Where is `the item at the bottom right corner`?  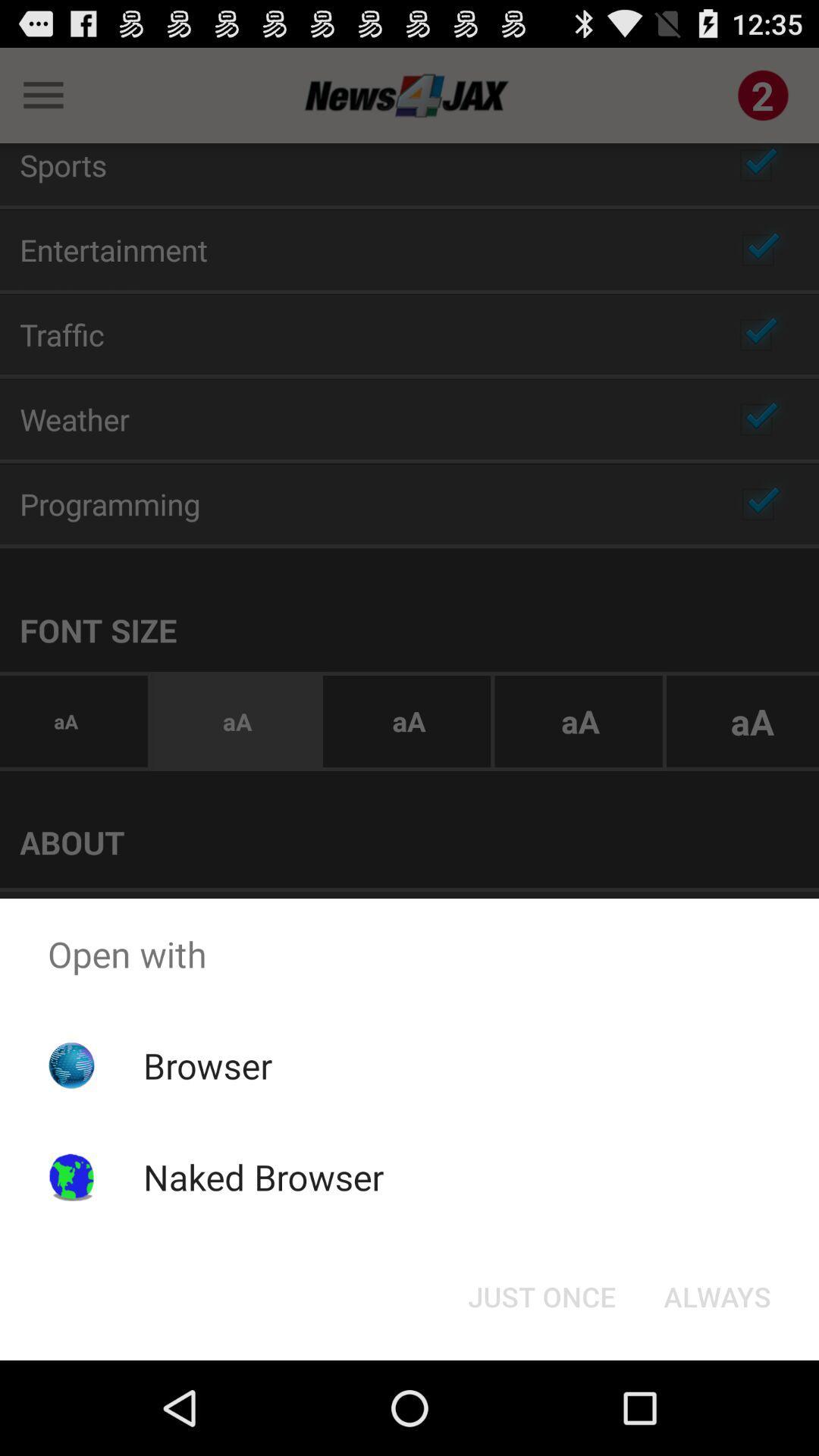 the item at the bottom right corner is located at coordinates (717, 1295).